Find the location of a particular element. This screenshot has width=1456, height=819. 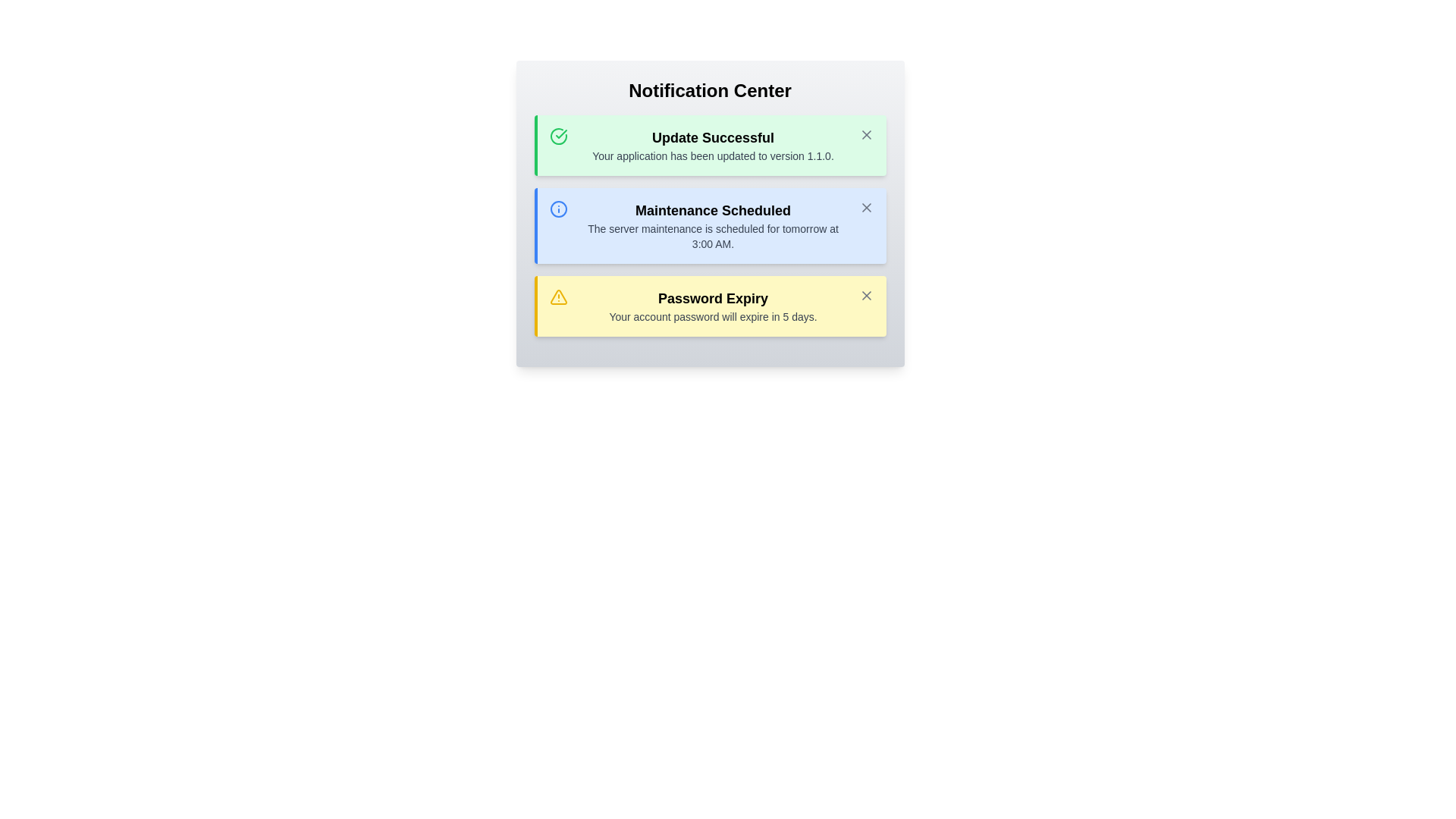

the dismiss button (interactive icon resembling an 'X') next to the 'Password Expiry' notification is located at coordinates (866, 295).